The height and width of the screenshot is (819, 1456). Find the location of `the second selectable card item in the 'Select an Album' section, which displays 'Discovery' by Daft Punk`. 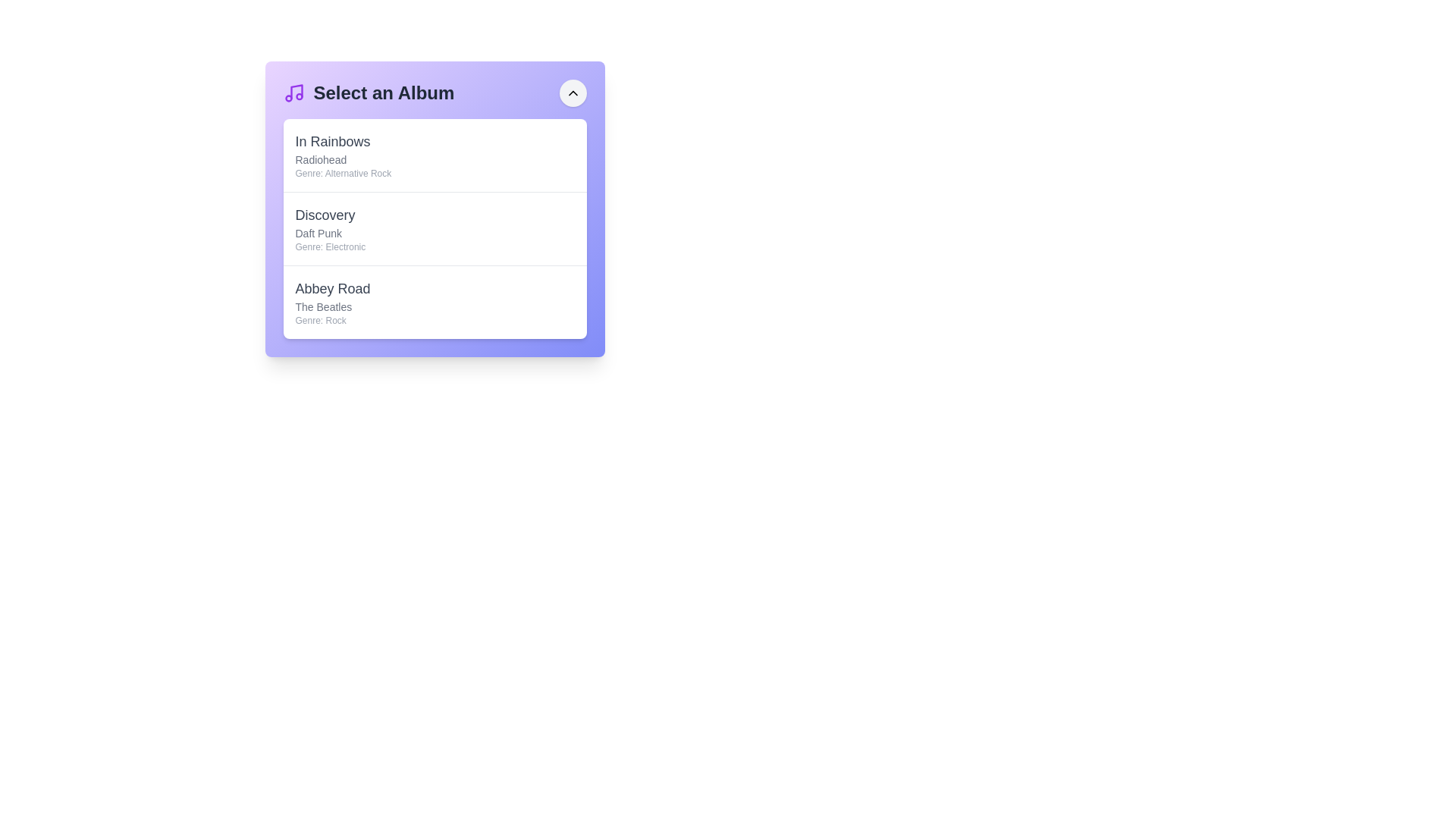

the second selectable card item in the 'Select an Album' section, which displays 'Discovery' by Daft Punk is located at coordinates (434, 228).